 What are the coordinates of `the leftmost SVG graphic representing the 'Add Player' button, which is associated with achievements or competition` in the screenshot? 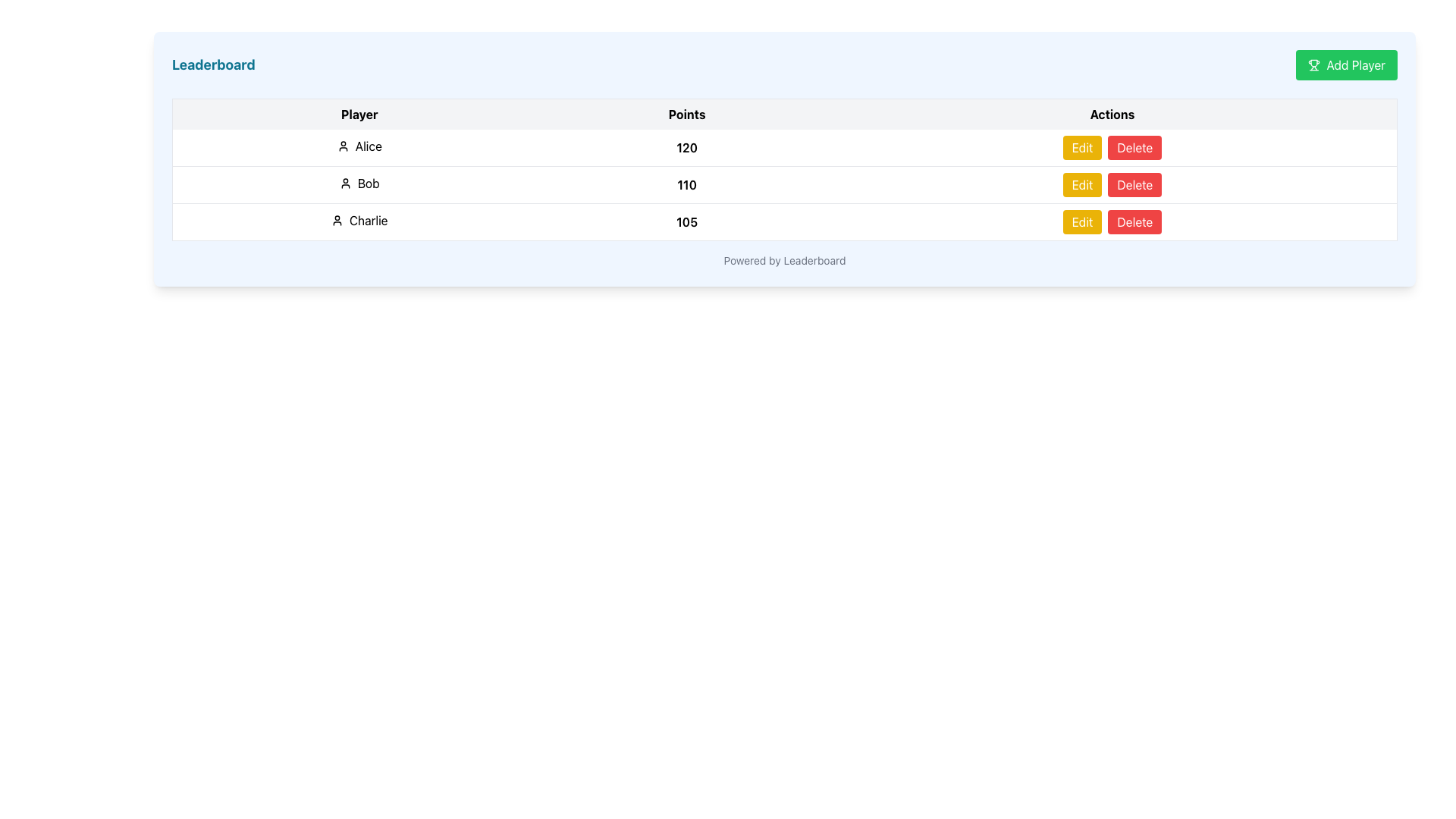 It's located at (1313, 64).